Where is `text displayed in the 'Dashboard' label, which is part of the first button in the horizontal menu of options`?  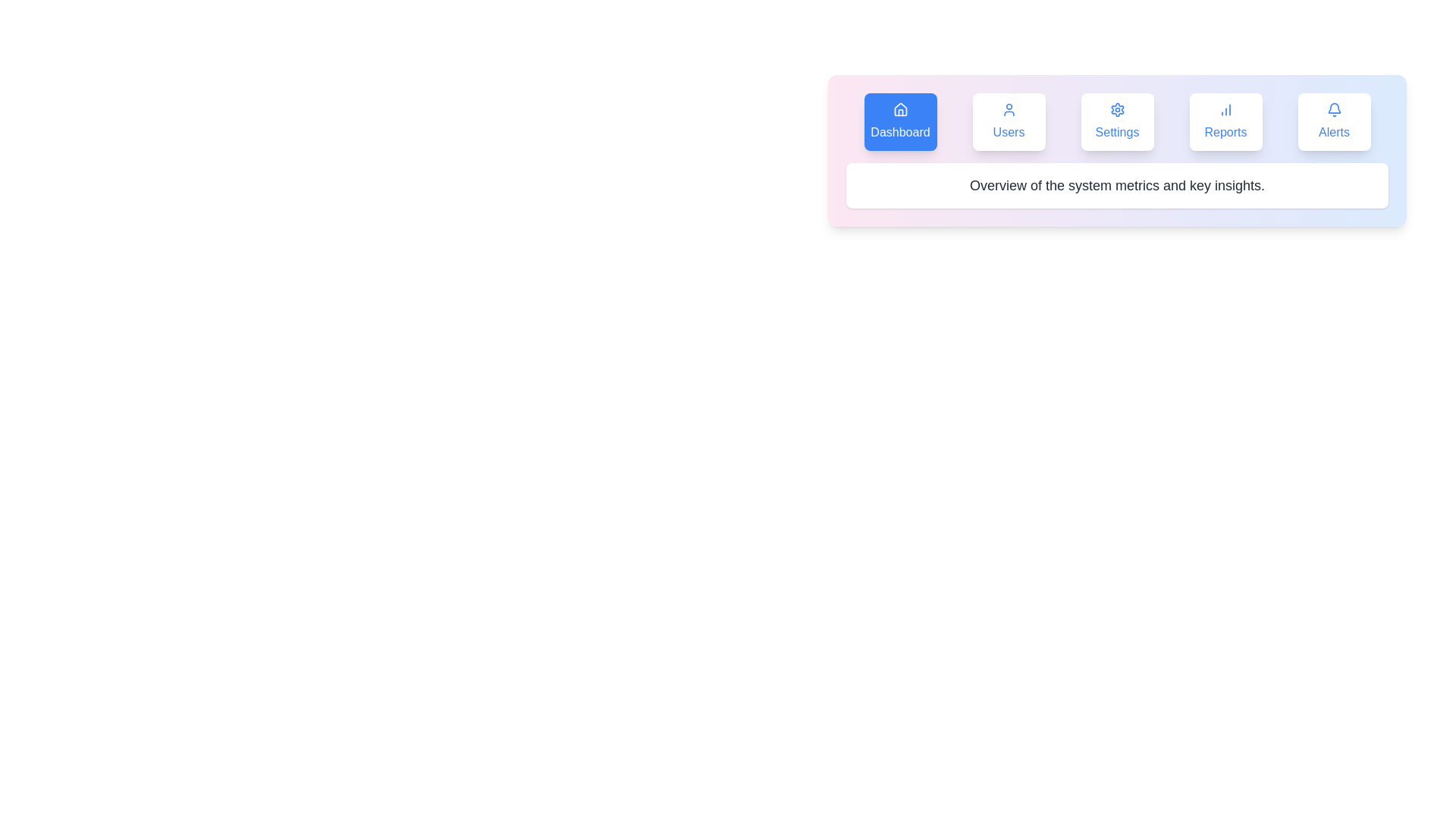
text displayed in the 'Dashboard' label, which is part of the first button in the horizontal menu of options is located at coordinates (900, 131).